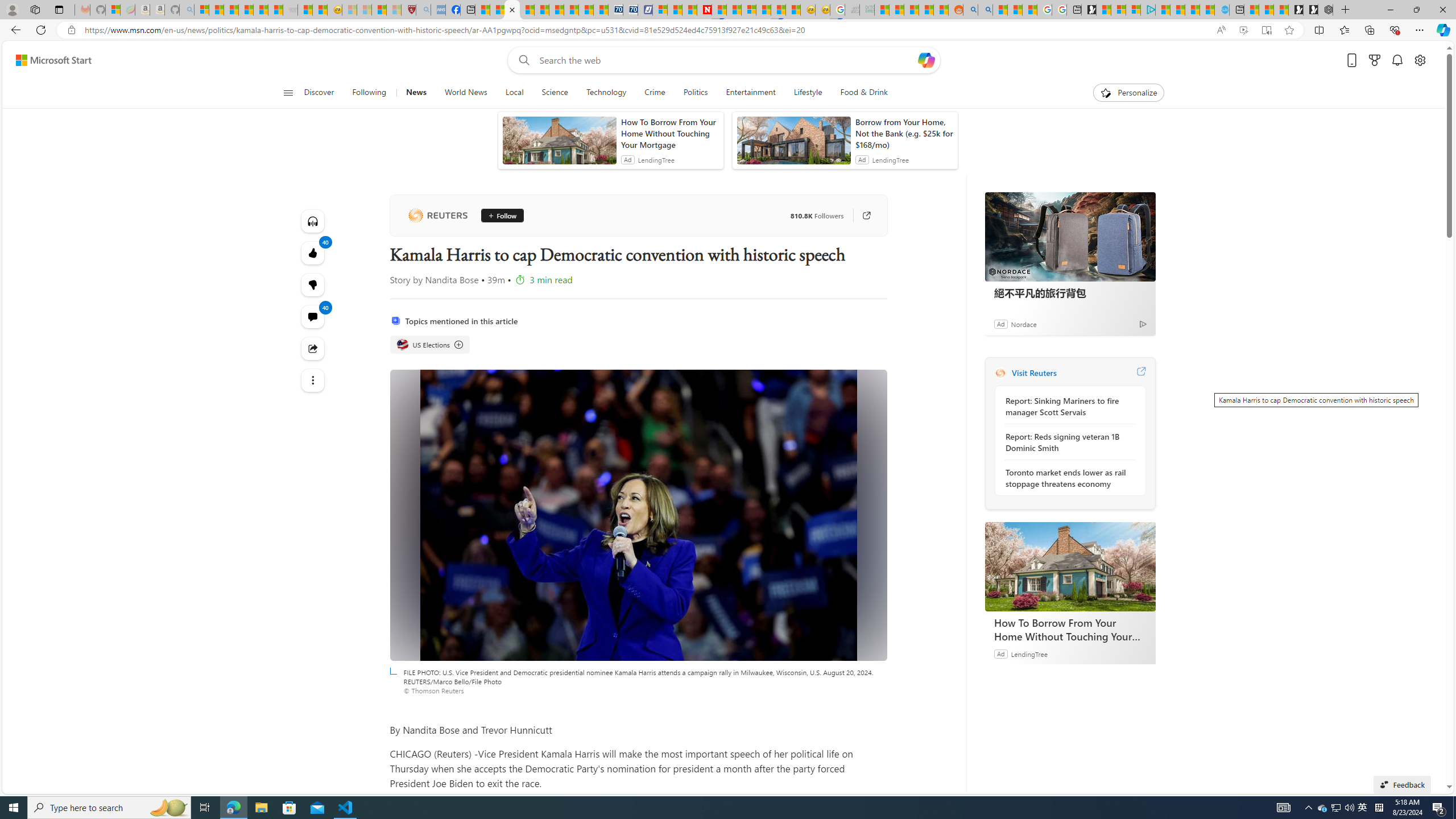  I want to click on 'World News', so click(466, 92).